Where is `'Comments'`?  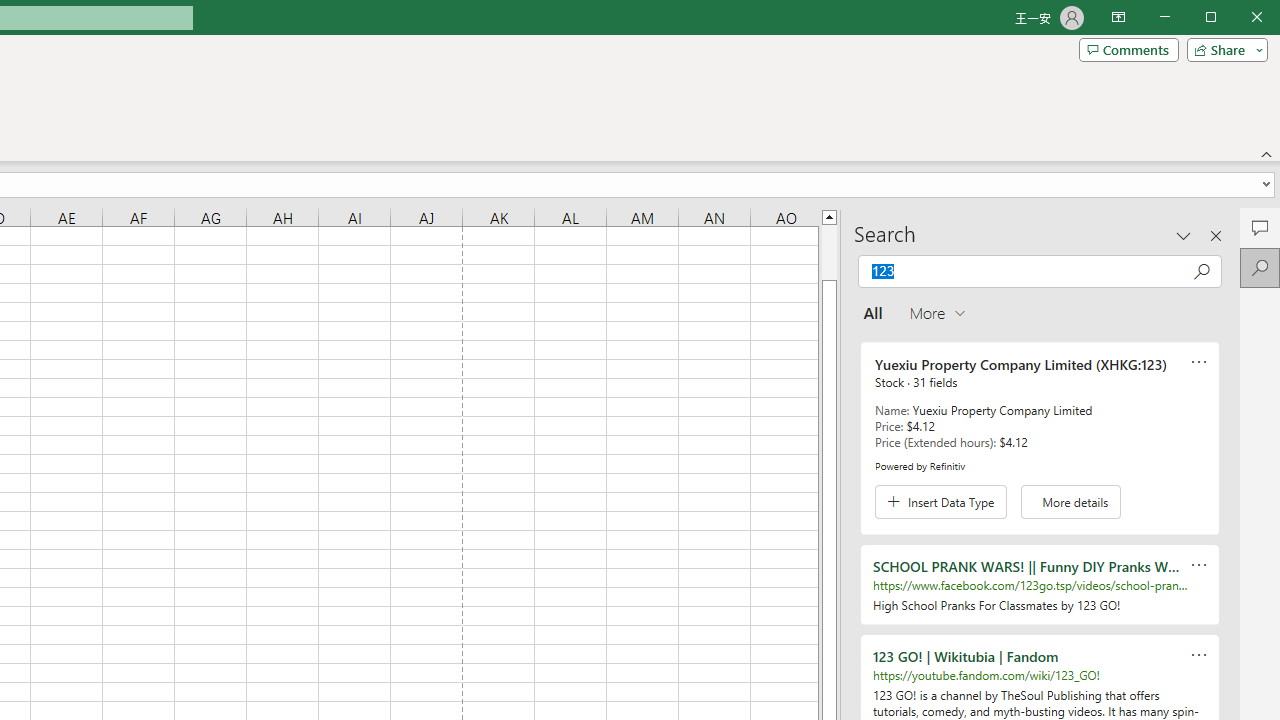 'Comments' is located at coordinates (1128, 49).